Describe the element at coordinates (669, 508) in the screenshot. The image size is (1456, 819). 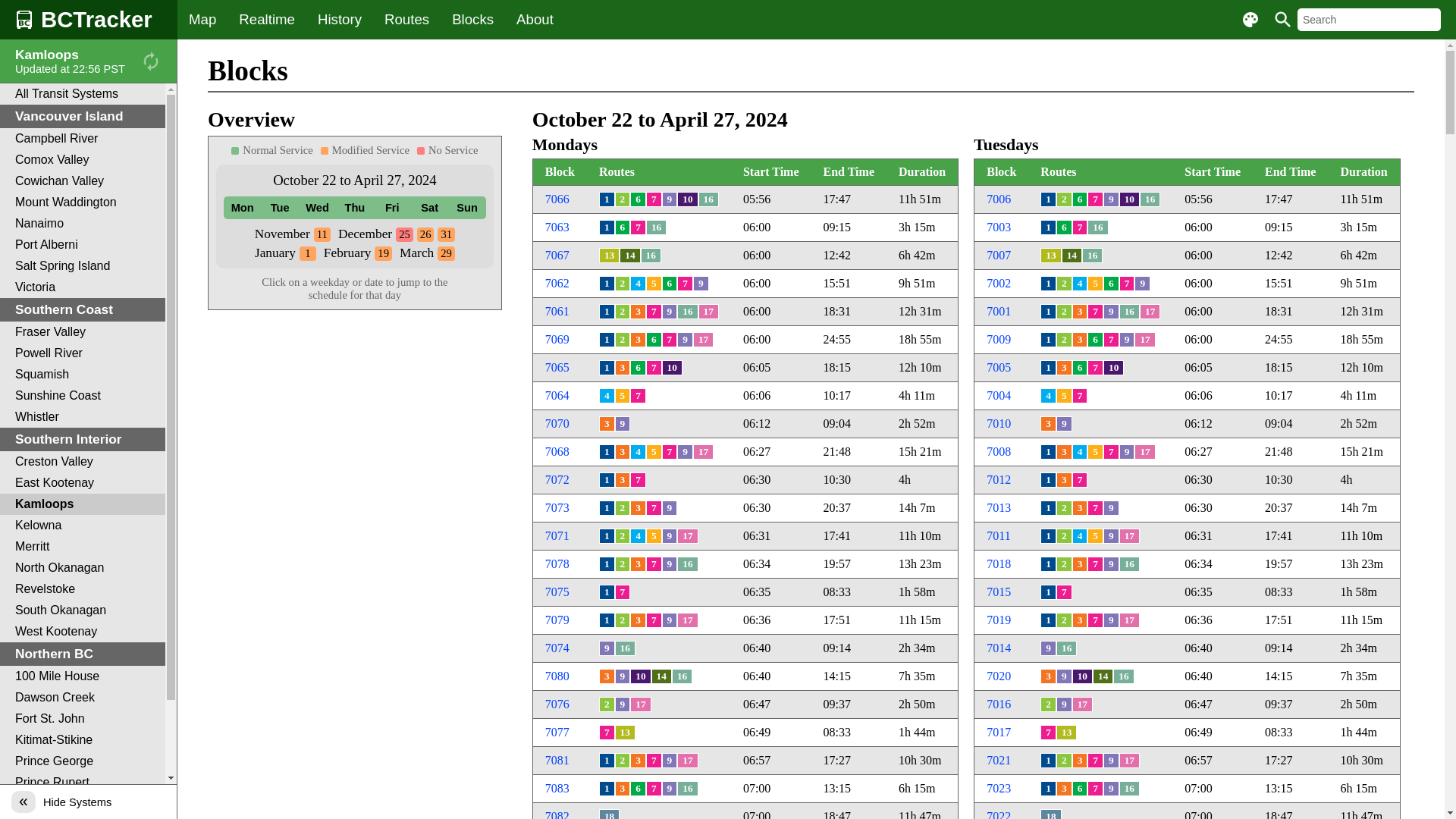
I see `'9'` at that location.